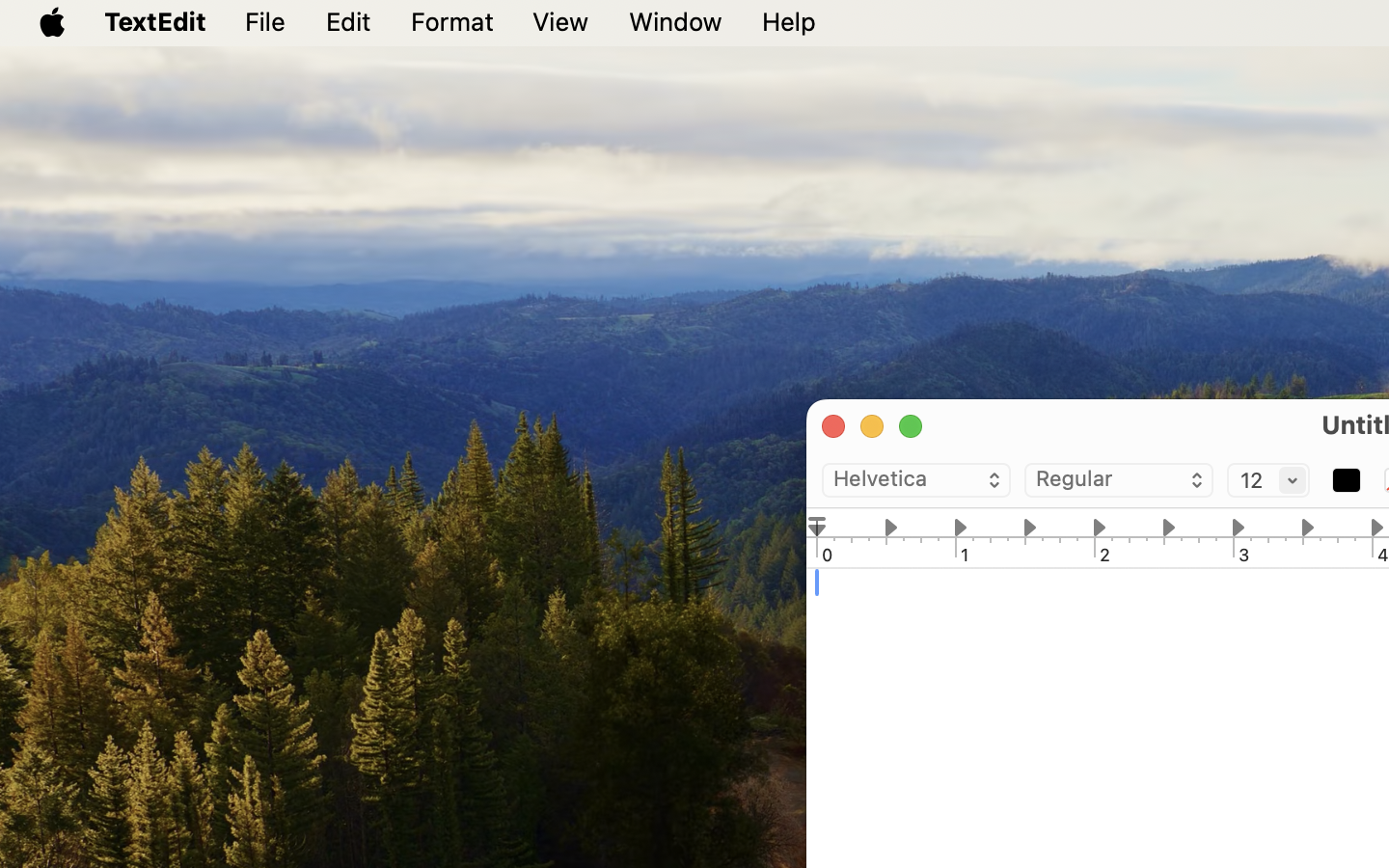  I want to click on '12', so click(1268, 479).